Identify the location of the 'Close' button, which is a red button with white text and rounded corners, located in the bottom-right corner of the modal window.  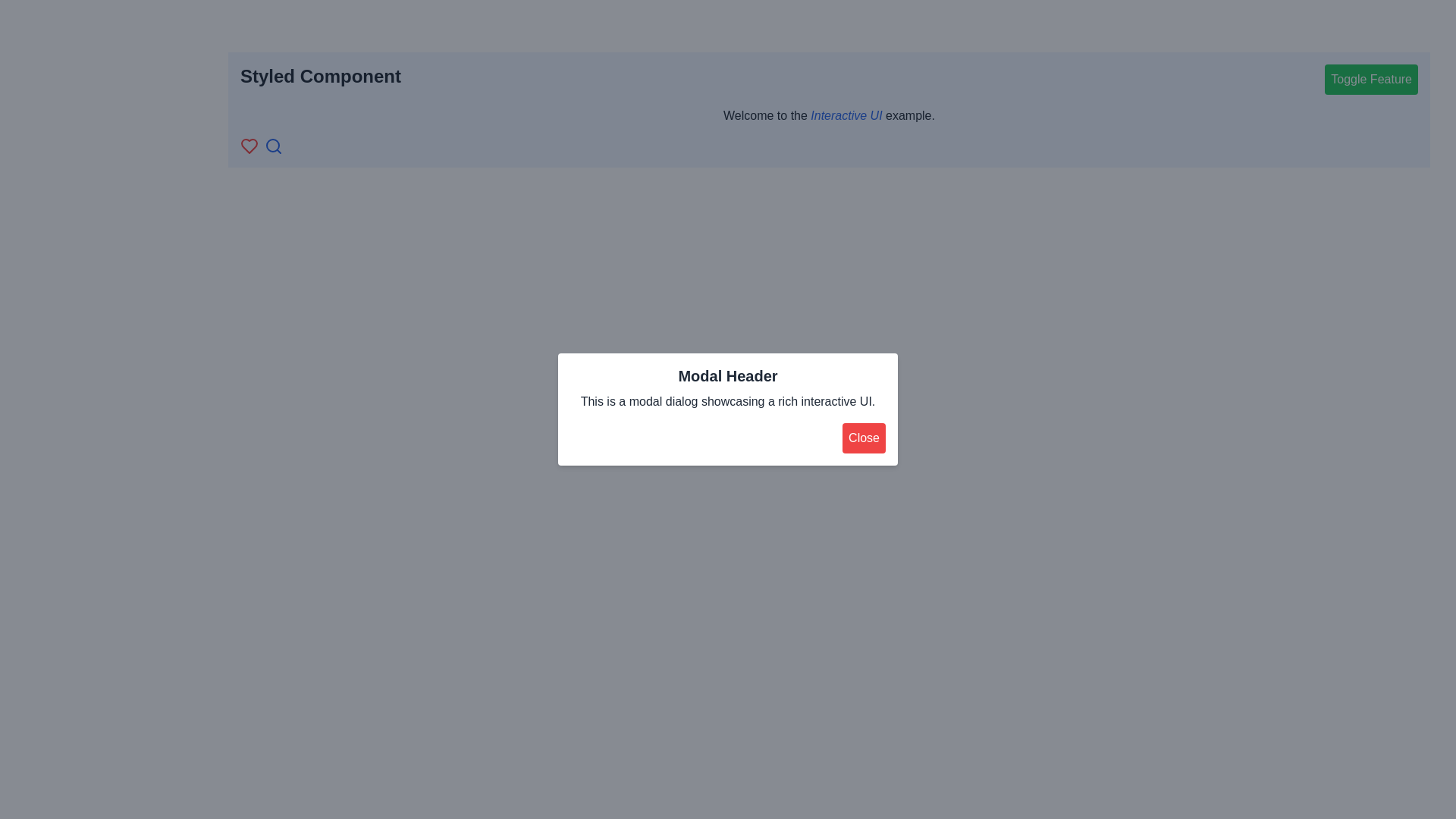
(864, 438).